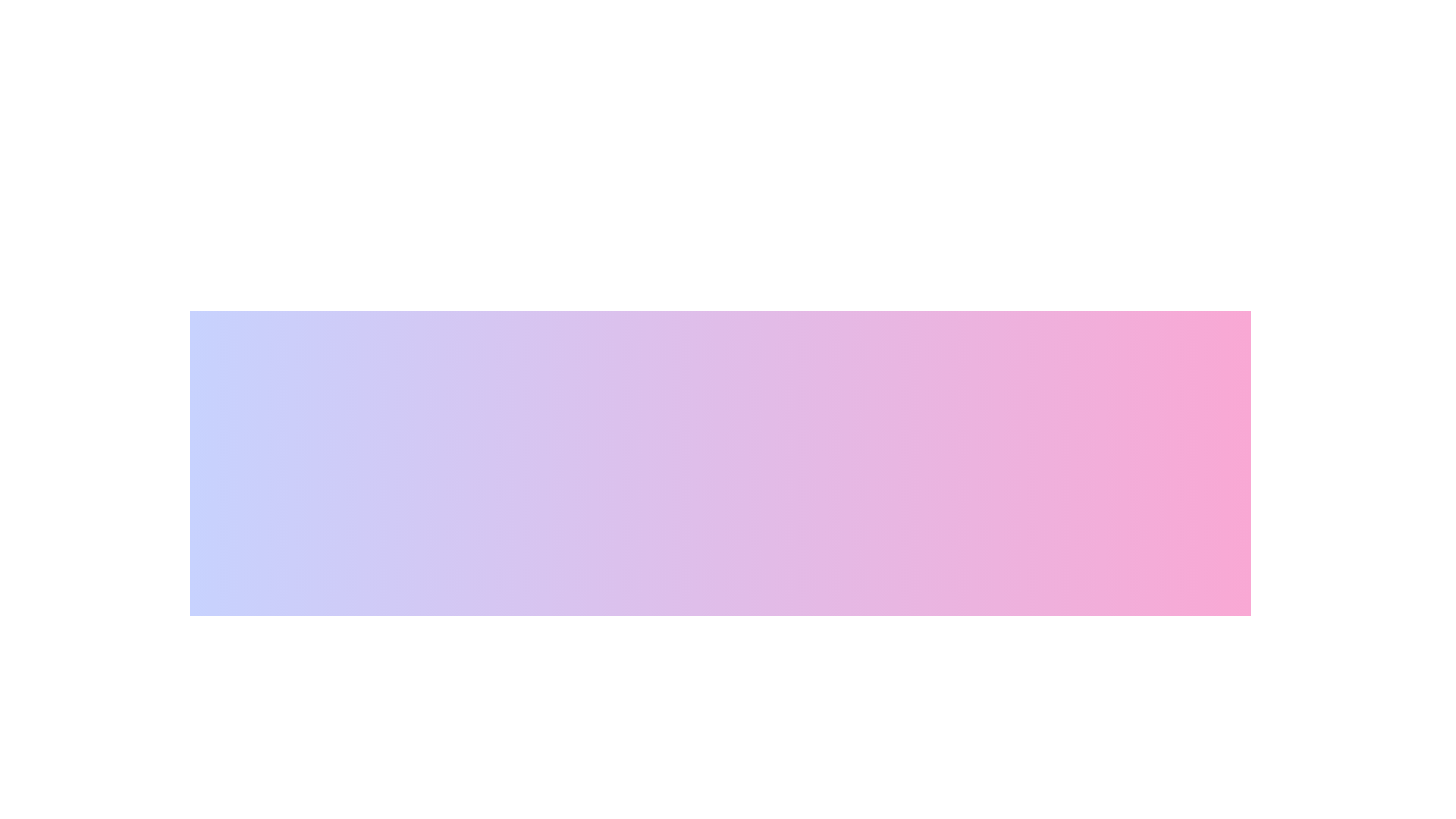 This screenshot has height=819, width=1456. Describe the element at coordinates (665, 647) in the screenshot. I see `the 'Audio Mixer' title and icon` at that location.